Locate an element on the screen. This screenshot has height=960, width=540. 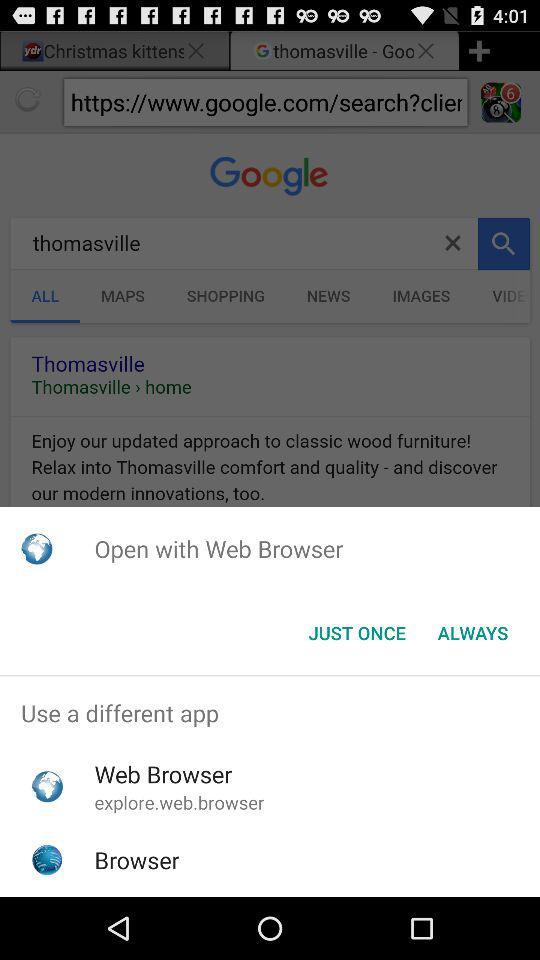
the explore.web.browser icon is located at coordinates (179, 802).